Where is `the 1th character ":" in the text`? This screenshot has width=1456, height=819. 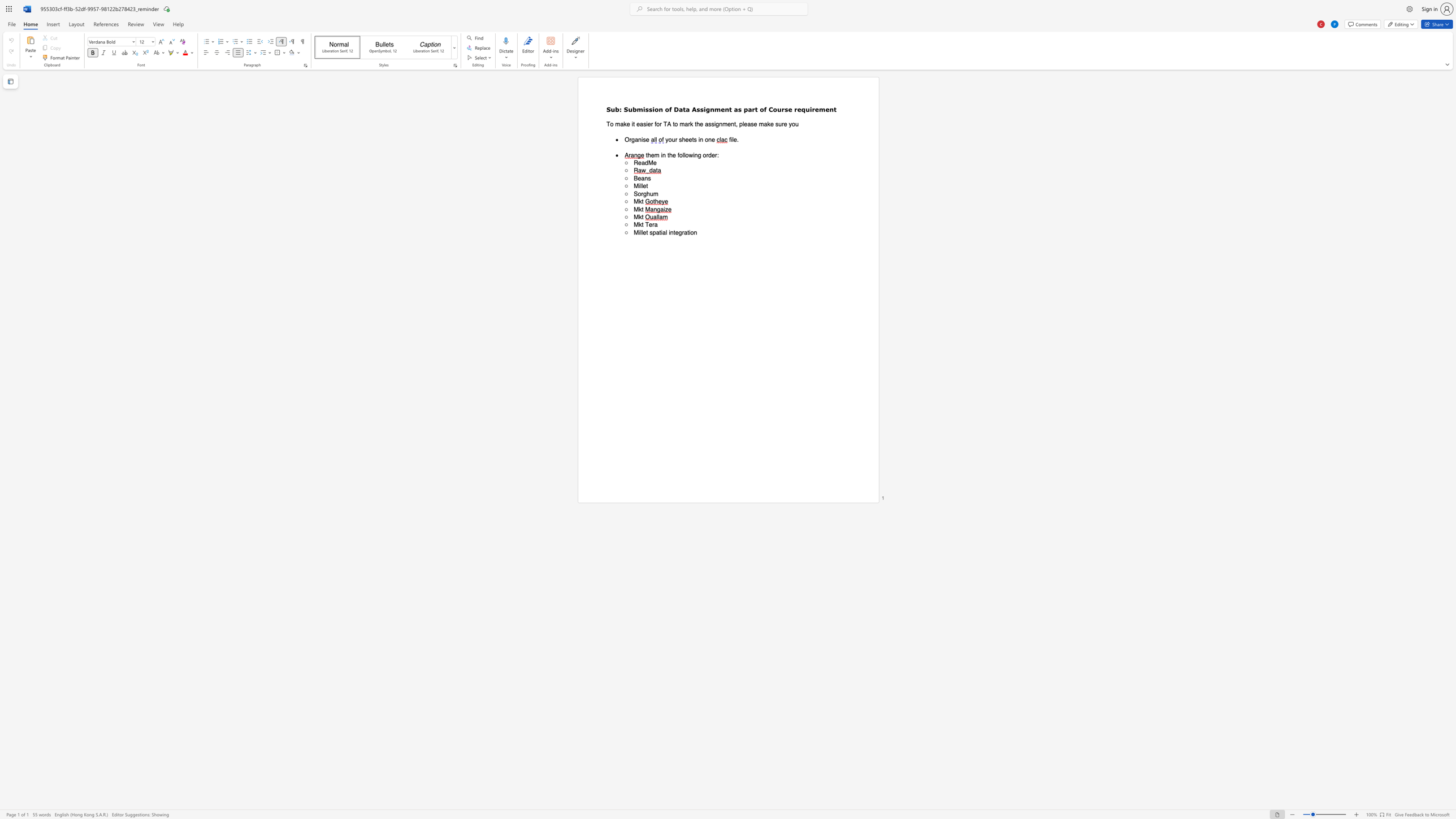 the 1th character ":" in the text is located at coordinates (620, 109).